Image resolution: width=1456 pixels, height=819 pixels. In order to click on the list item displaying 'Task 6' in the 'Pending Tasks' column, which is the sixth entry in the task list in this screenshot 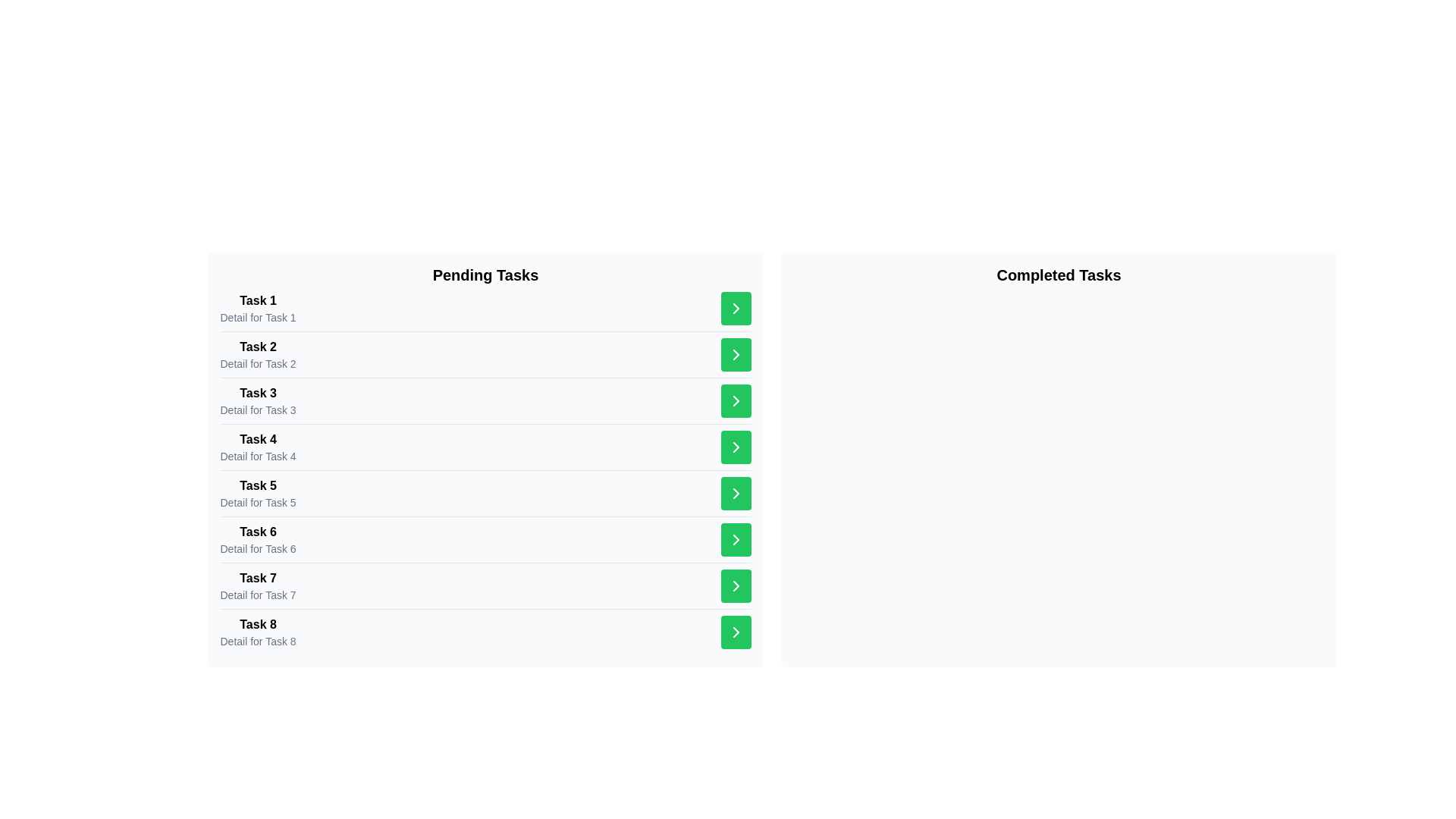, I will do `click(258, 539)`.